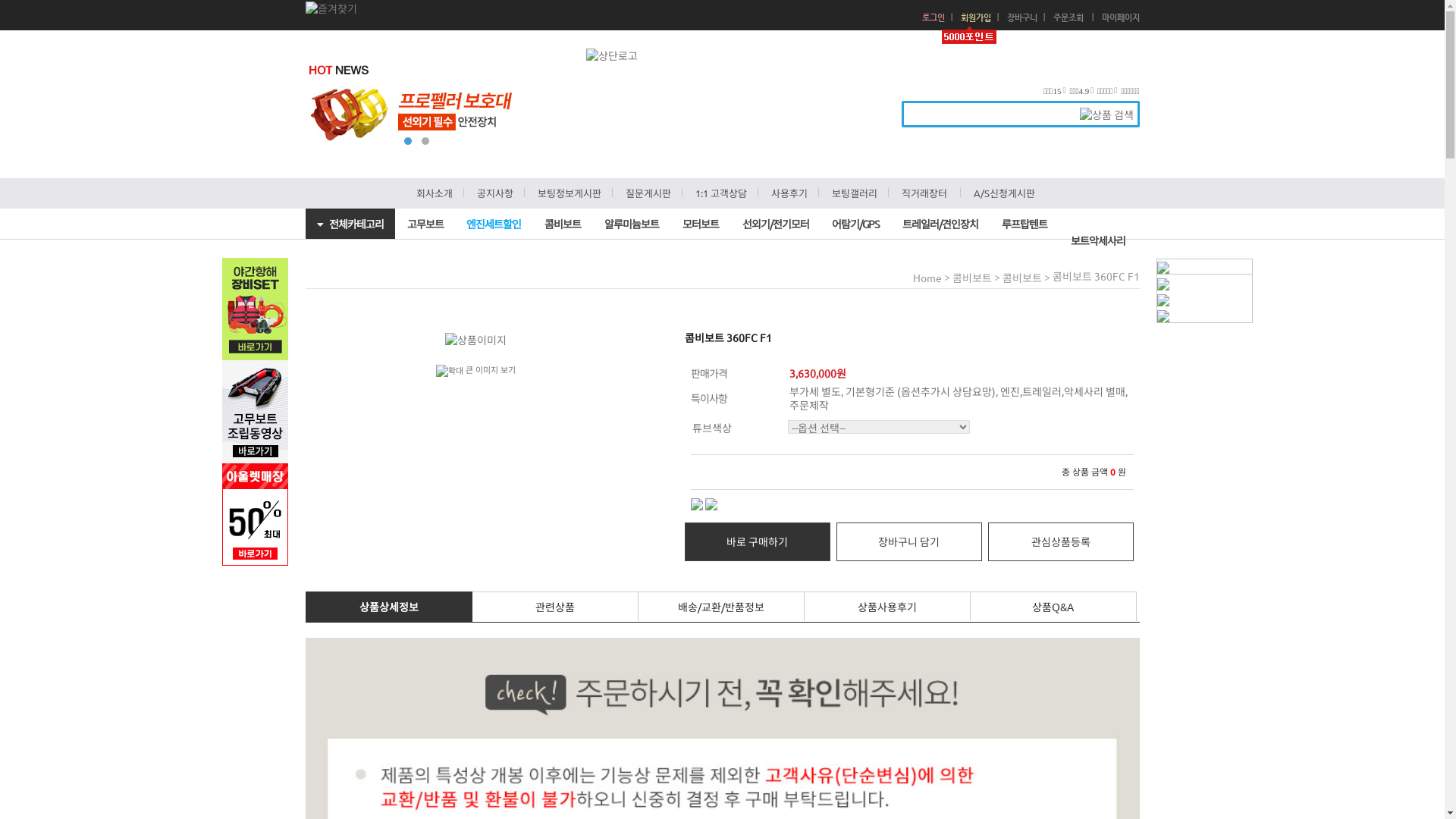  Describe the element at coordinates (927, 278) in the screenshot. I see `'Home'` at that location.